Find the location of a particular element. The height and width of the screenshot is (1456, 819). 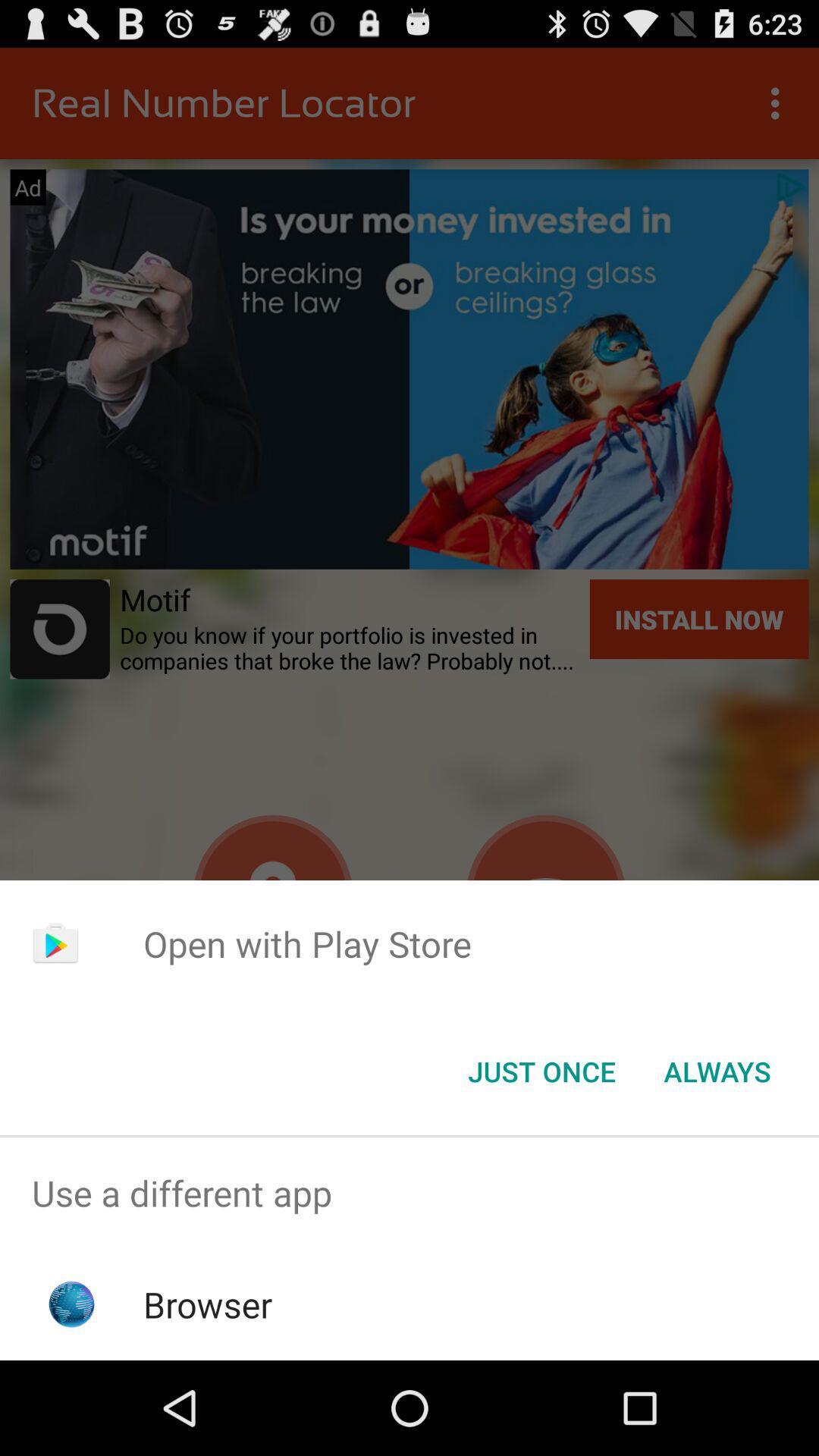

icon above the browser icon is located at coordinates (409, 1192).